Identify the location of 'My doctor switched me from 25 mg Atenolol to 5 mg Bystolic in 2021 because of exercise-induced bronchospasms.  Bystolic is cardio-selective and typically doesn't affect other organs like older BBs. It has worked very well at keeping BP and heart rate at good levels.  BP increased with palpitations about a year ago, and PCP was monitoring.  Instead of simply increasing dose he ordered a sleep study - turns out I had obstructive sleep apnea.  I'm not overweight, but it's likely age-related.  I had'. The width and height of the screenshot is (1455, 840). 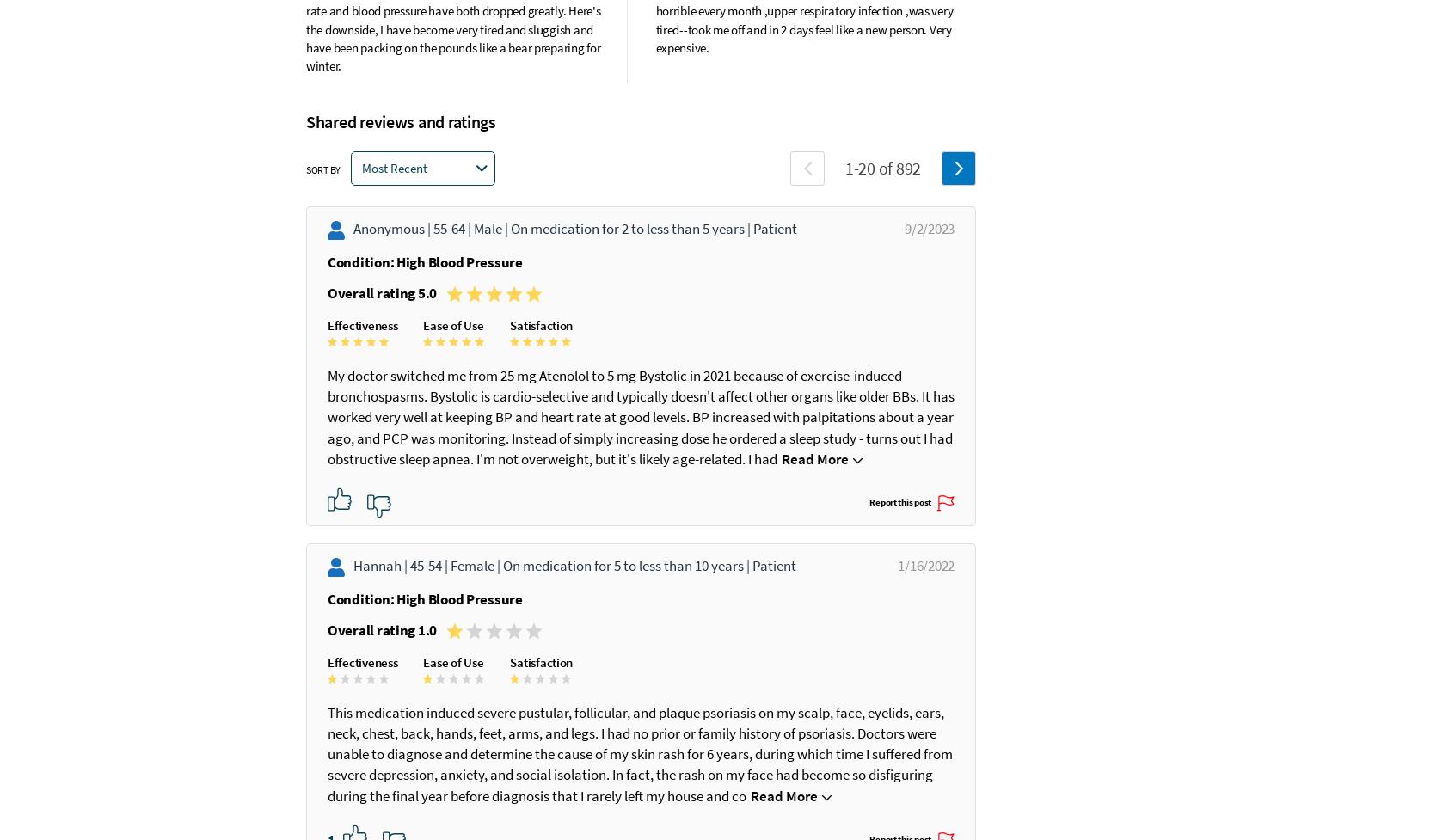
(628, 416).